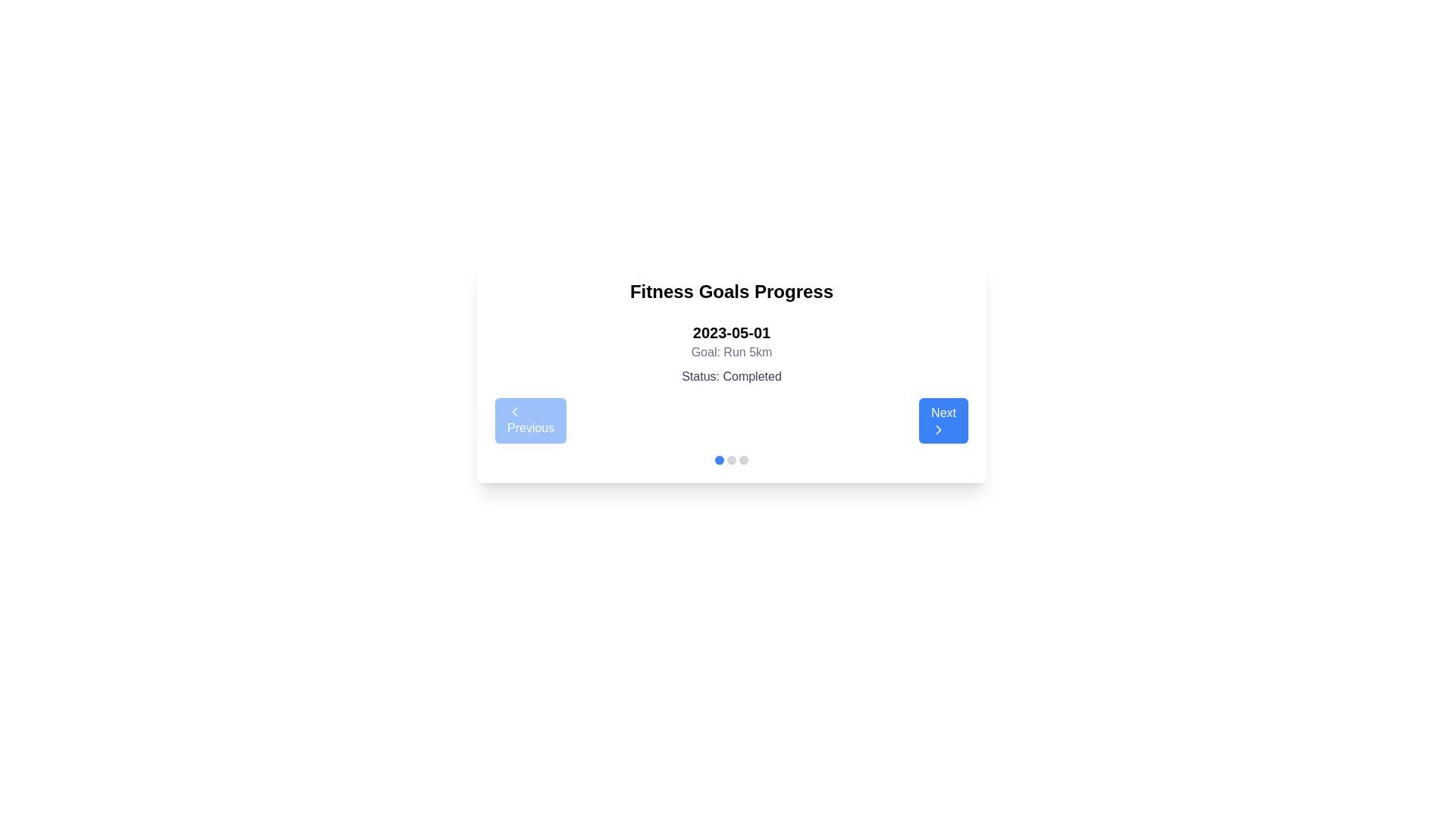  What do you see at coordinates (942, 421) in the screenshot?
I see `'Next' button to display the next fitness goal details` at bounding box center [942, 421].